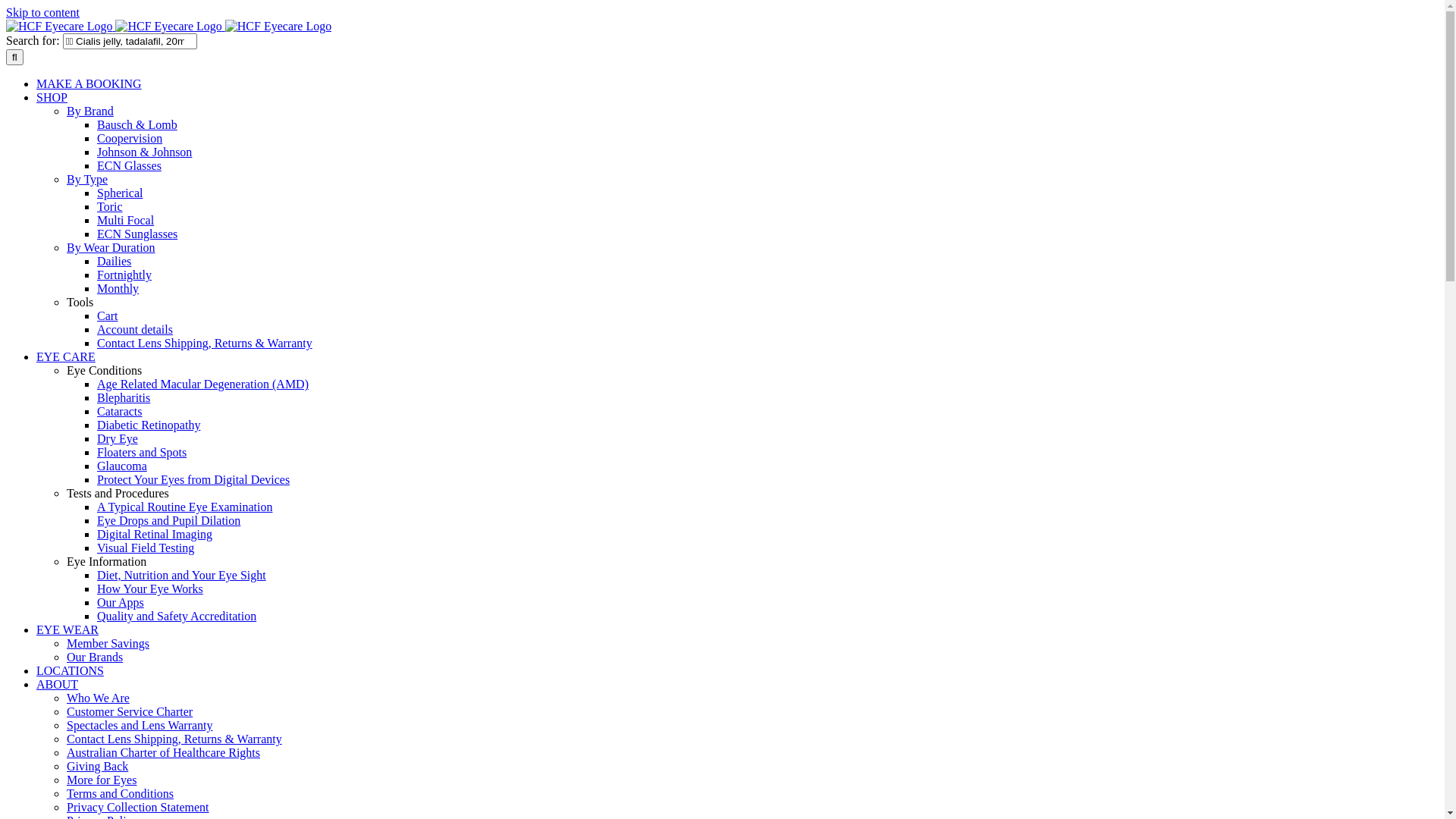 The width and height of the screenshot is (1456, 819). What do you see at coordinates (64, 356) in the screenshot?
I see `'EYE CARE'` at bounding box center [64, 356].